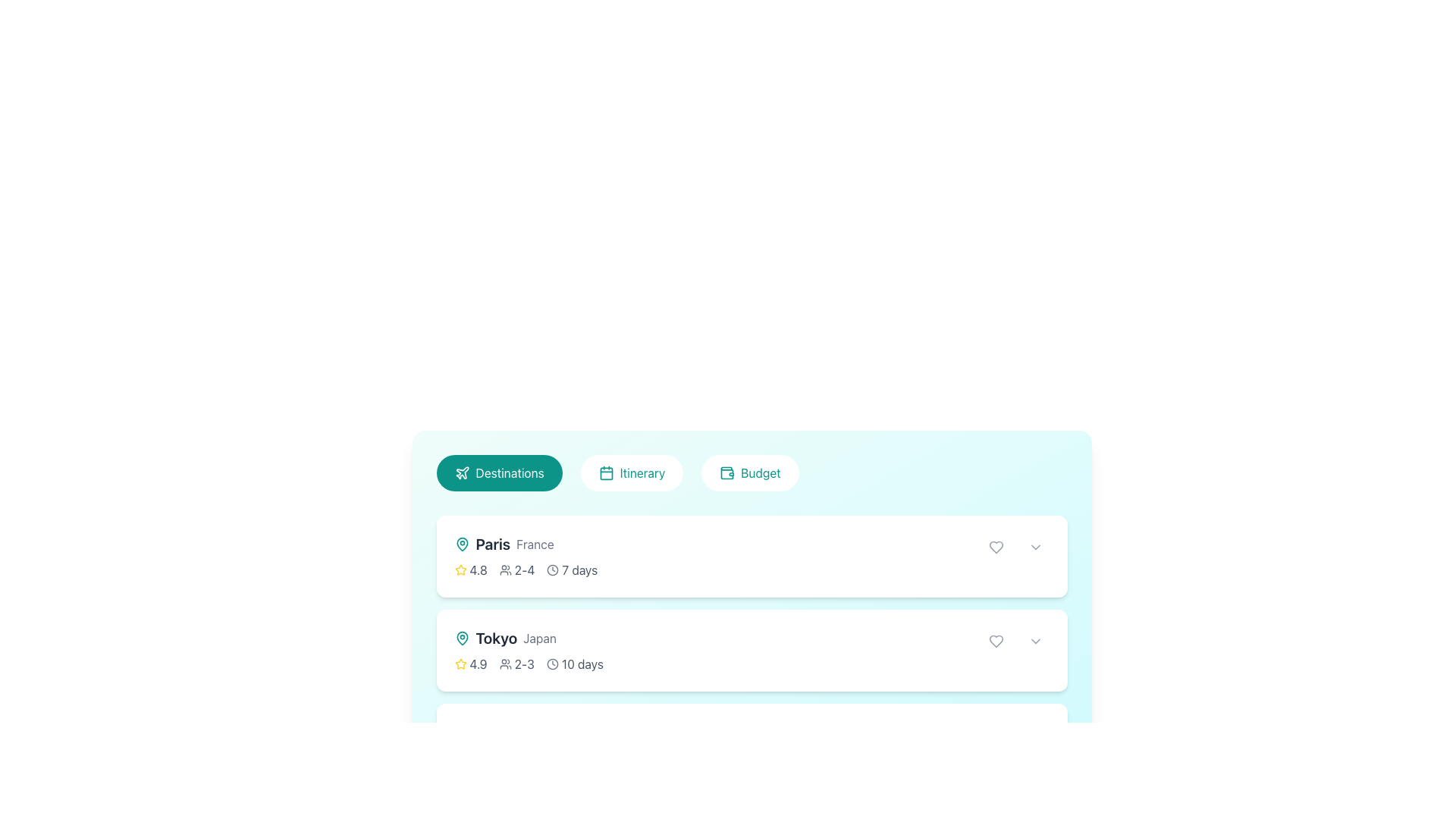 This screenshot has height=819, width=1456. I want to click on the plane-styled graphical icon located within the 'Destinations' tab in the navigation bar, so click(461, 472).